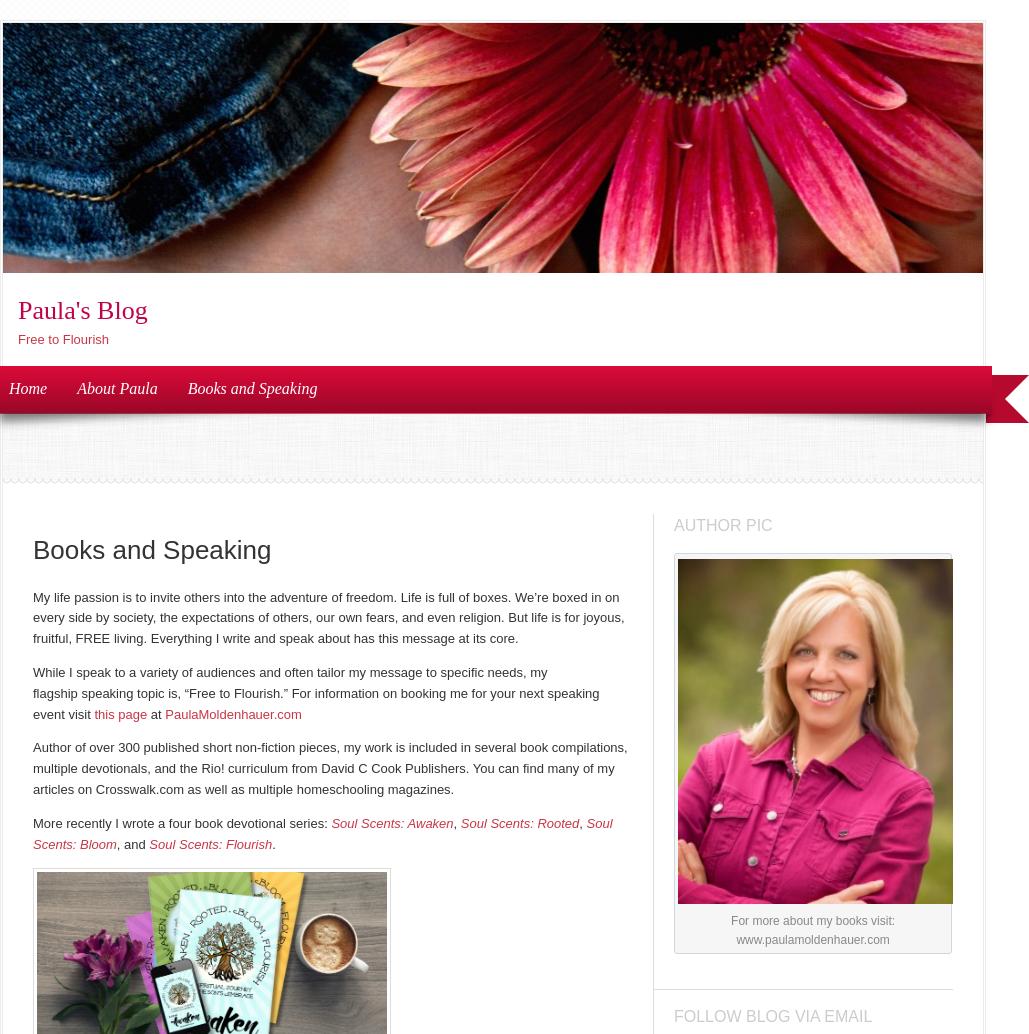 This screenshot has height=1034, width=1029. What do you see at coordinates (328, 617) in the screenshot?
I see `'My life passion is to invite others into the adventure of freedom. Life is full of boxes. We’re boxed in on every side by society, the expectations of others, our own fears, and even religion. But life is for joyous, fruitful, FREE living. Everything I write and speak about has this message at its core.'` at bounding box center [328, 617].